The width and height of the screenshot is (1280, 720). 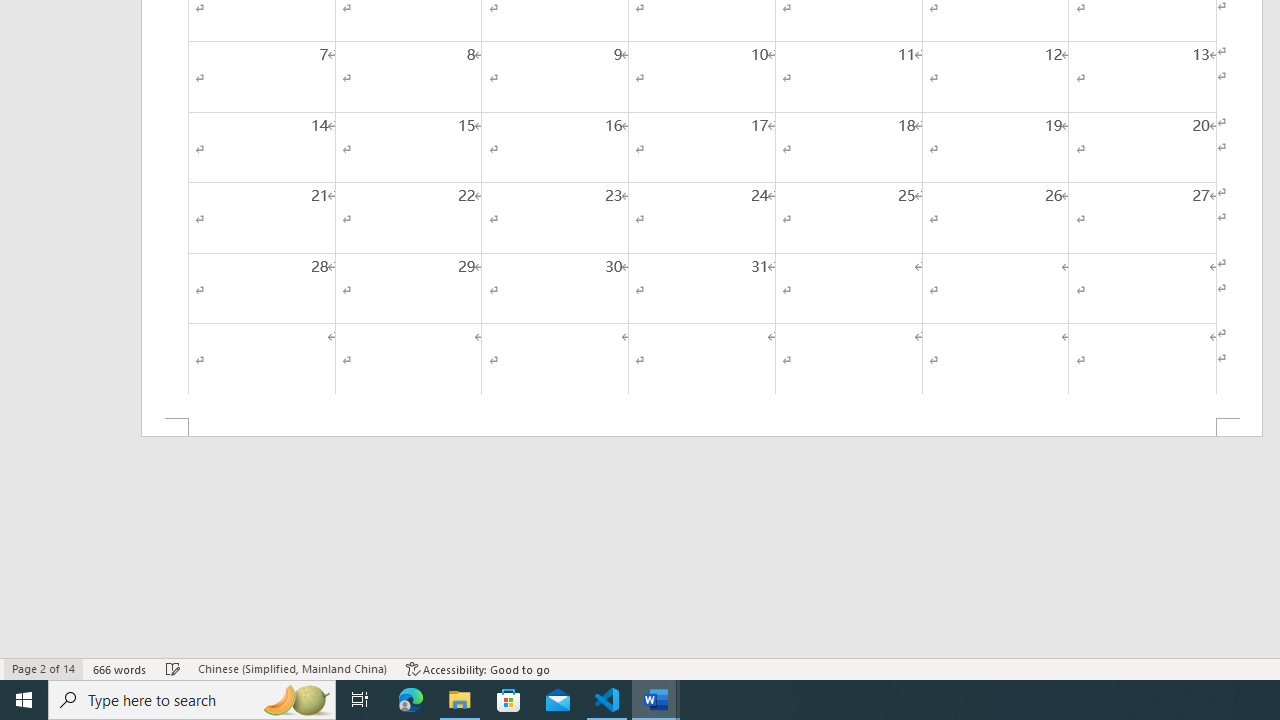 I want to click on 'Accessibility Checker Accessibility: Good to go', so click(x=477, y=669).